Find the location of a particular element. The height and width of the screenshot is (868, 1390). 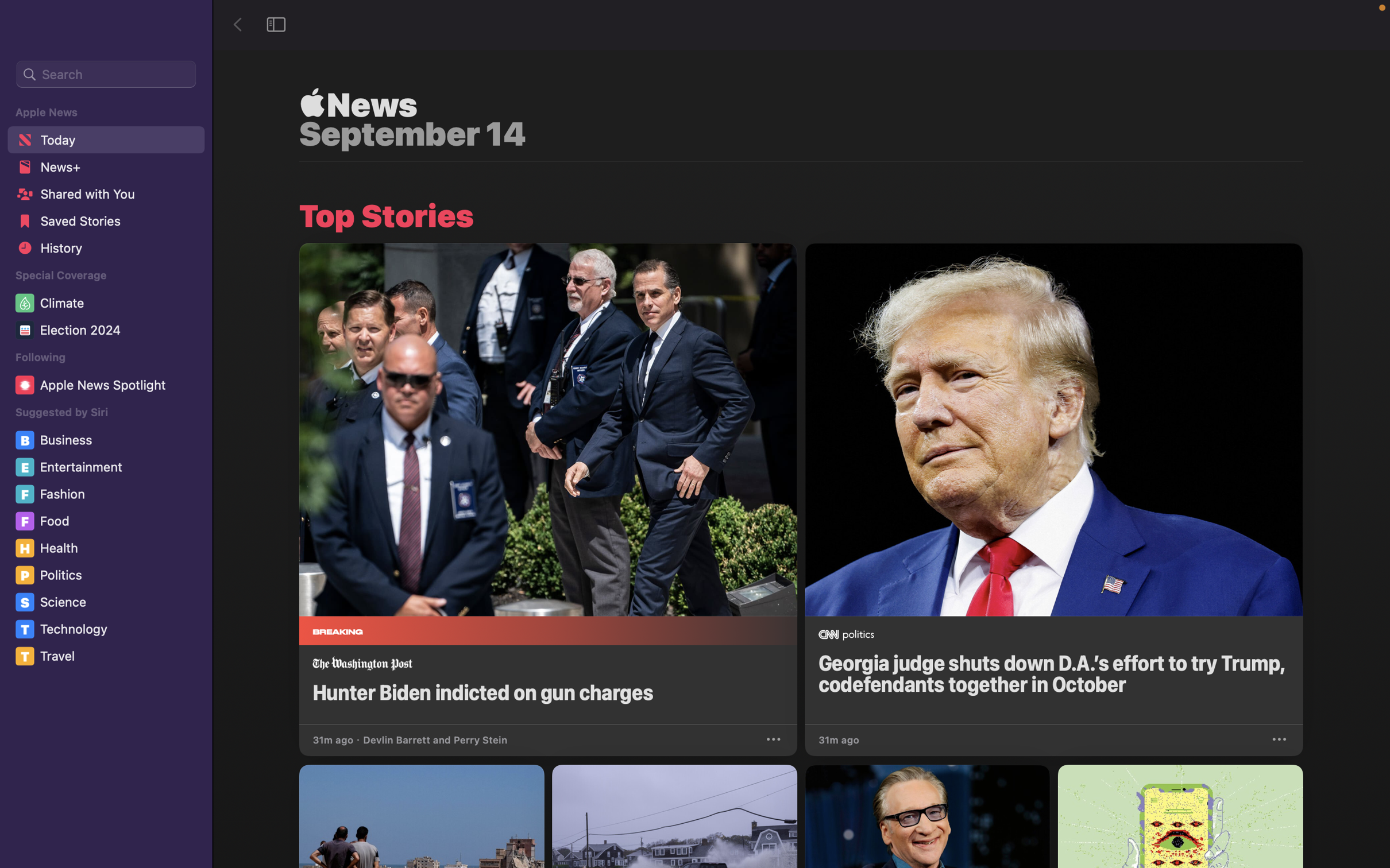

the "History" section is located at coordinates (105, 251).